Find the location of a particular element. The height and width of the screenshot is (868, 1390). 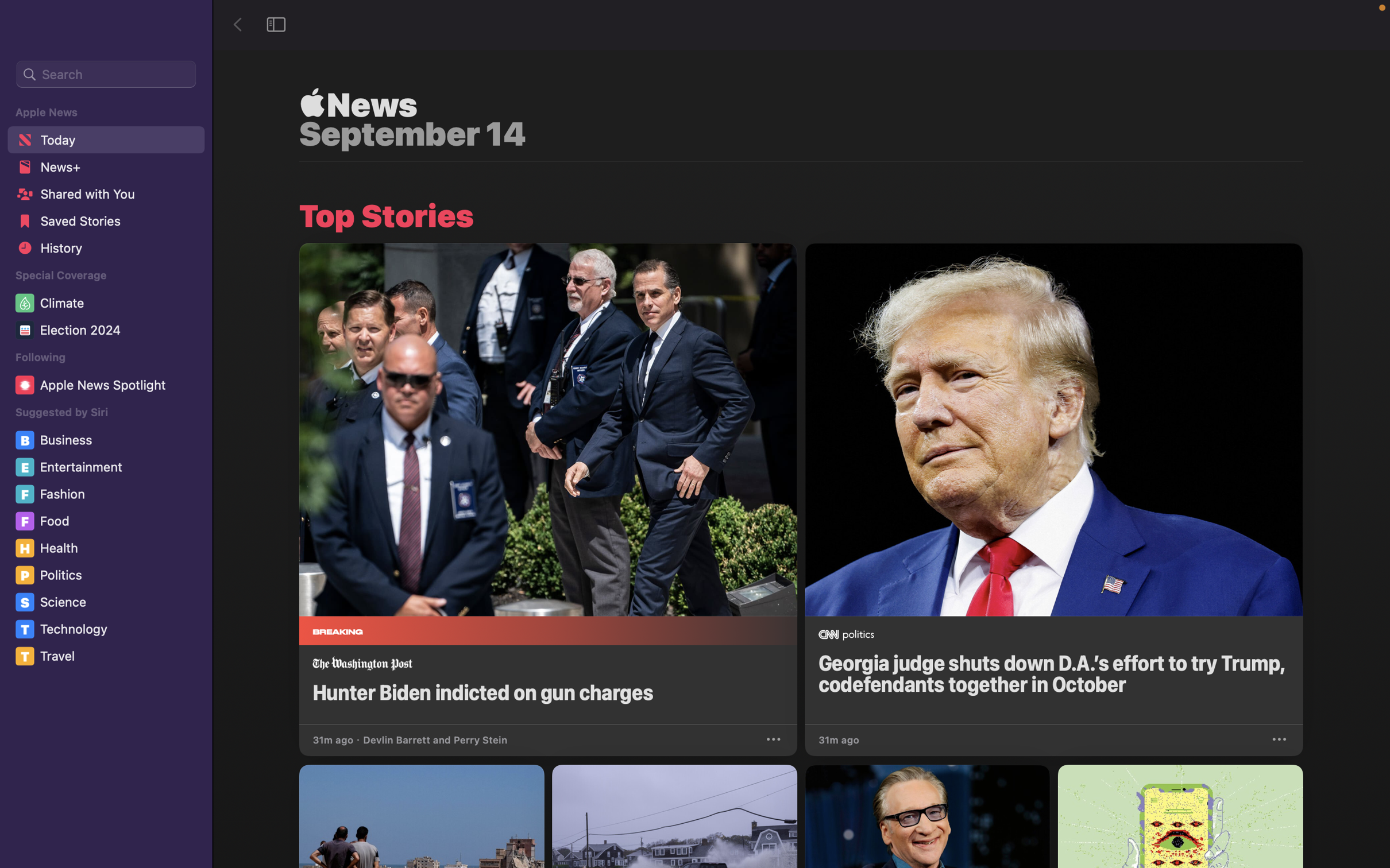

the "History" section is located at coordinates (105, 251).